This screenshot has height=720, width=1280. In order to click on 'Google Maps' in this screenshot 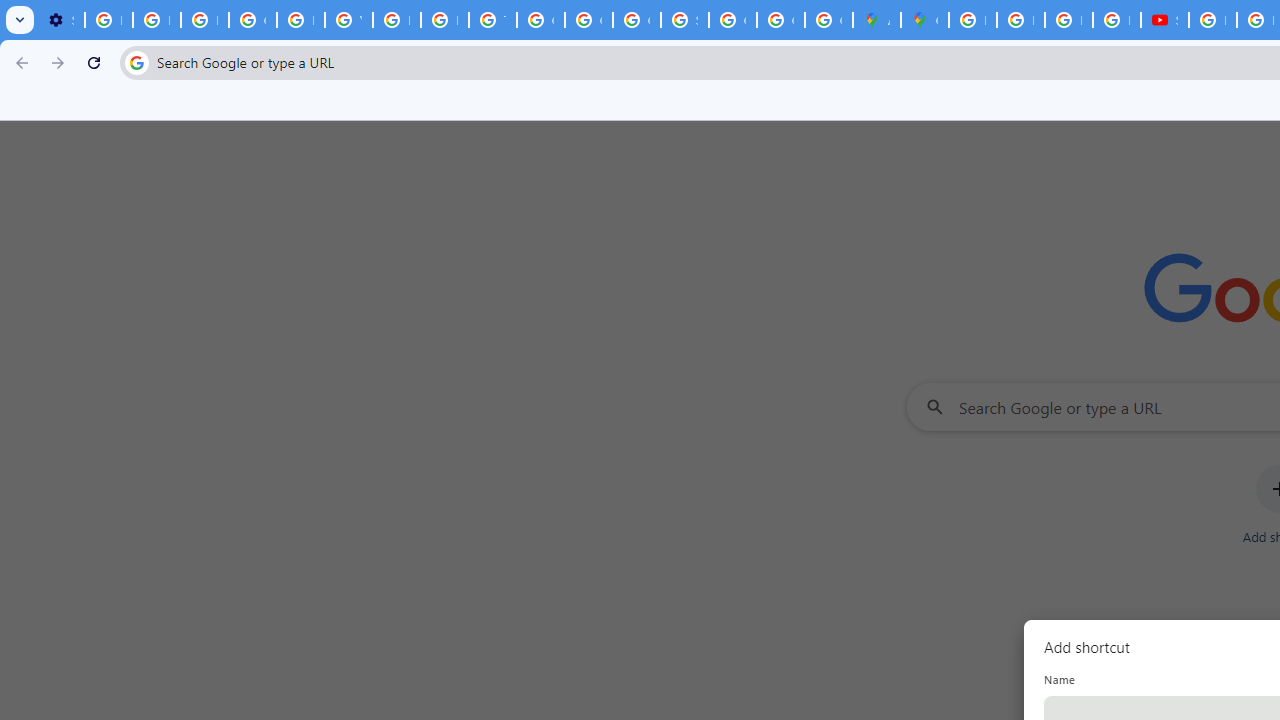, I will do `click(923, 20)`.